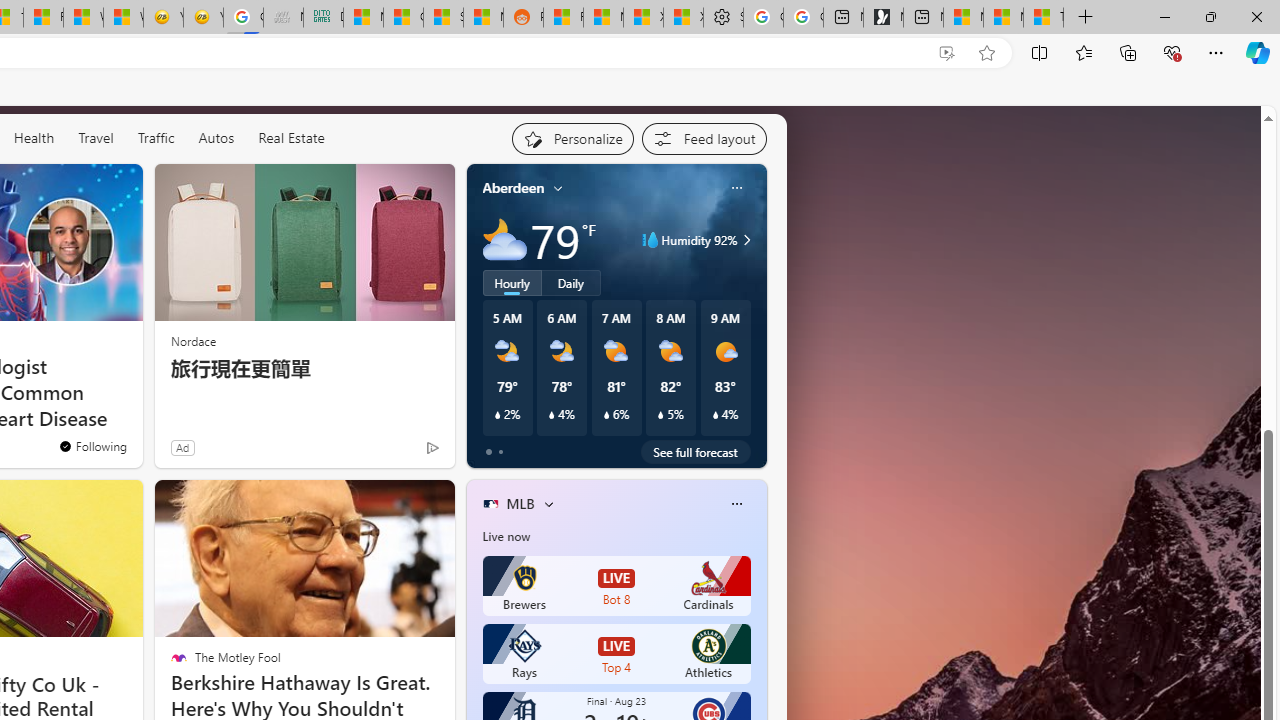 This screenshot has height=720, width=1280. What do you see at coordinates (34, 136) in the screenshot?
I see `'Health'` at bounding box center [34, 136].